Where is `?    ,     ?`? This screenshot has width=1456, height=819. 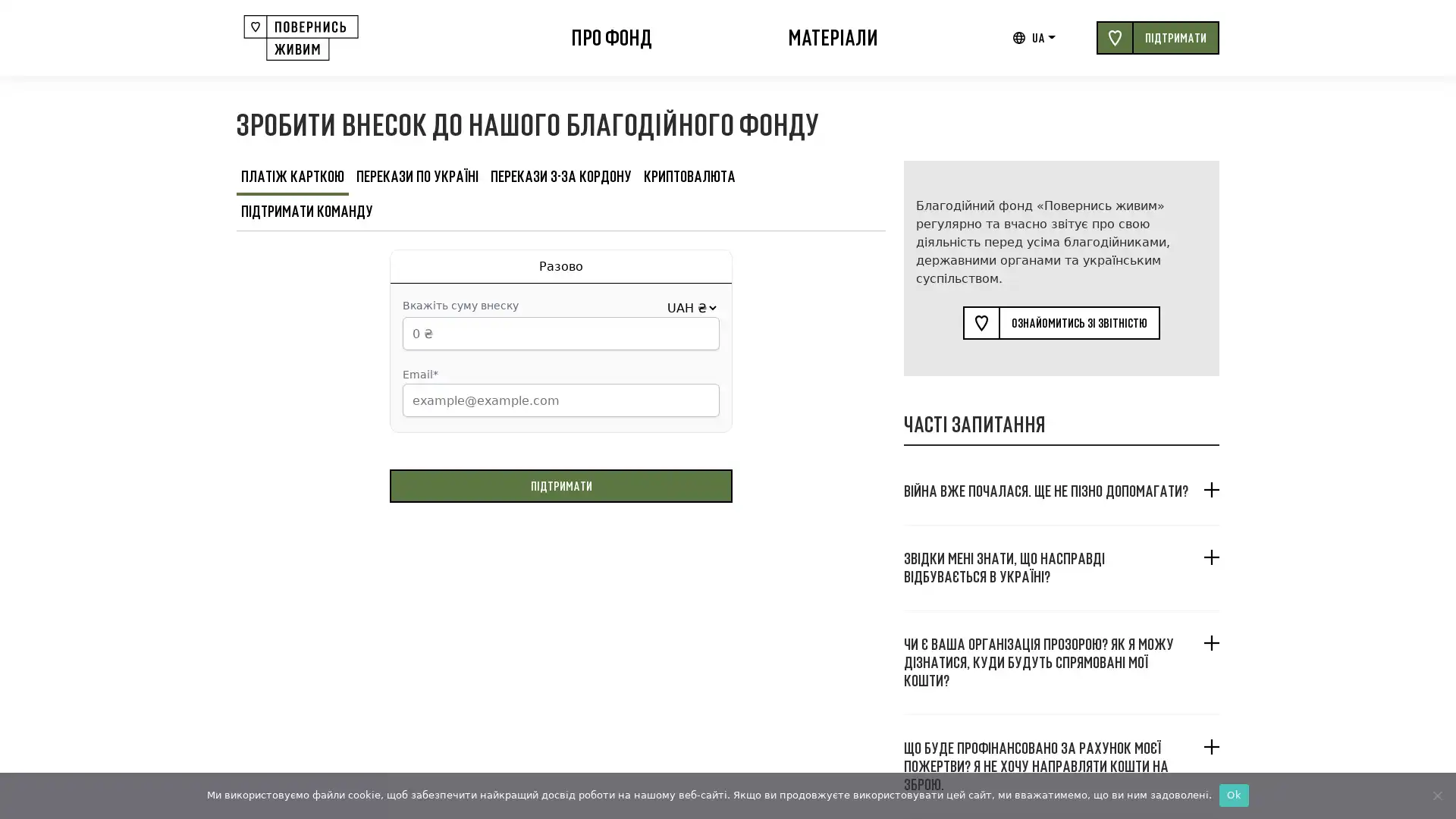 ?    ,     ? is located at coordinates (1061, 661).